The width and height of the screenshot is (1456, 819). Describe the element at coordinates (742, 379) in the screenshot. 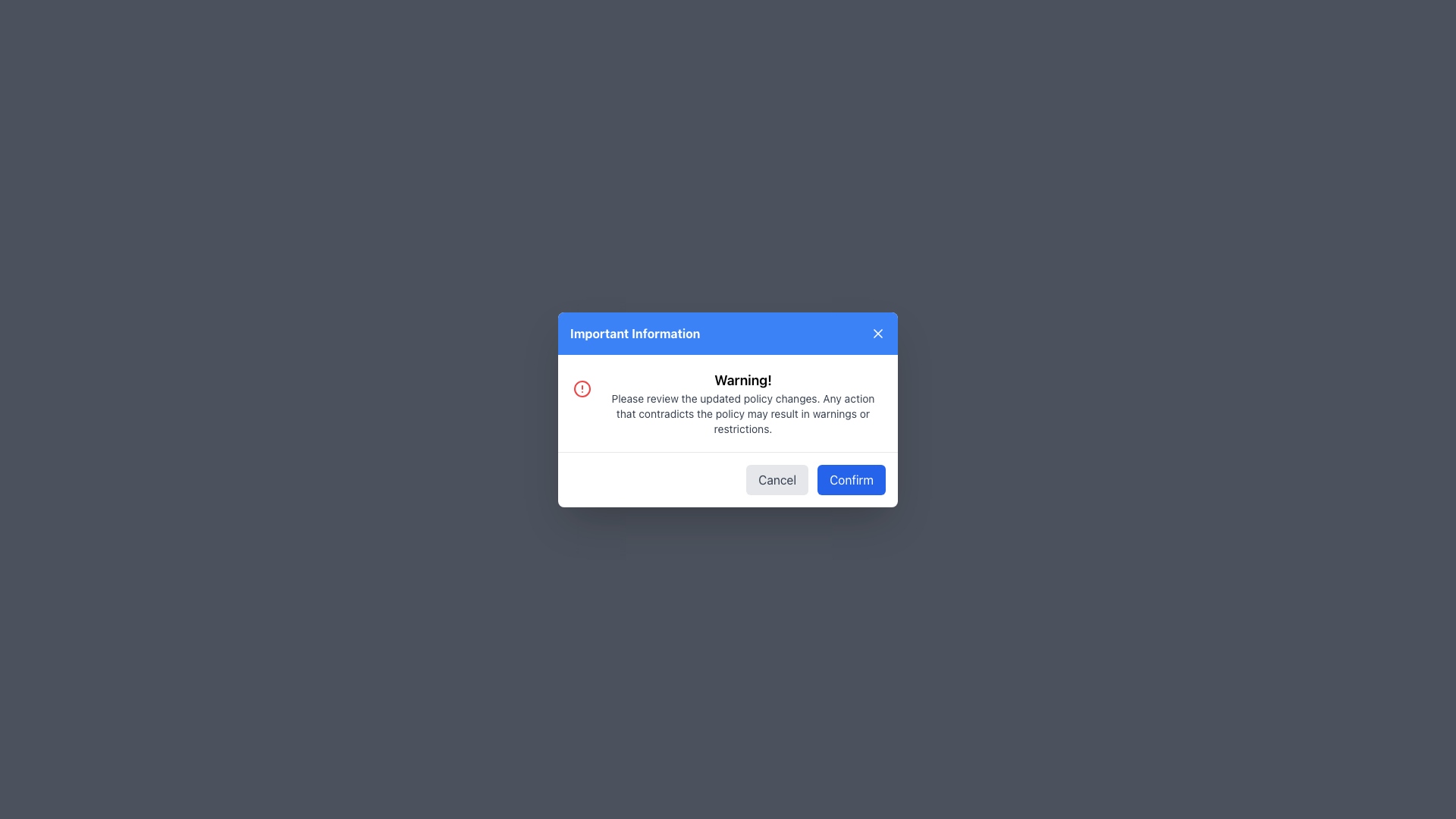

I see `the 'Warning!' text label, which is prominently displayed in bold black font at the top-center of the modal popup` at that location.